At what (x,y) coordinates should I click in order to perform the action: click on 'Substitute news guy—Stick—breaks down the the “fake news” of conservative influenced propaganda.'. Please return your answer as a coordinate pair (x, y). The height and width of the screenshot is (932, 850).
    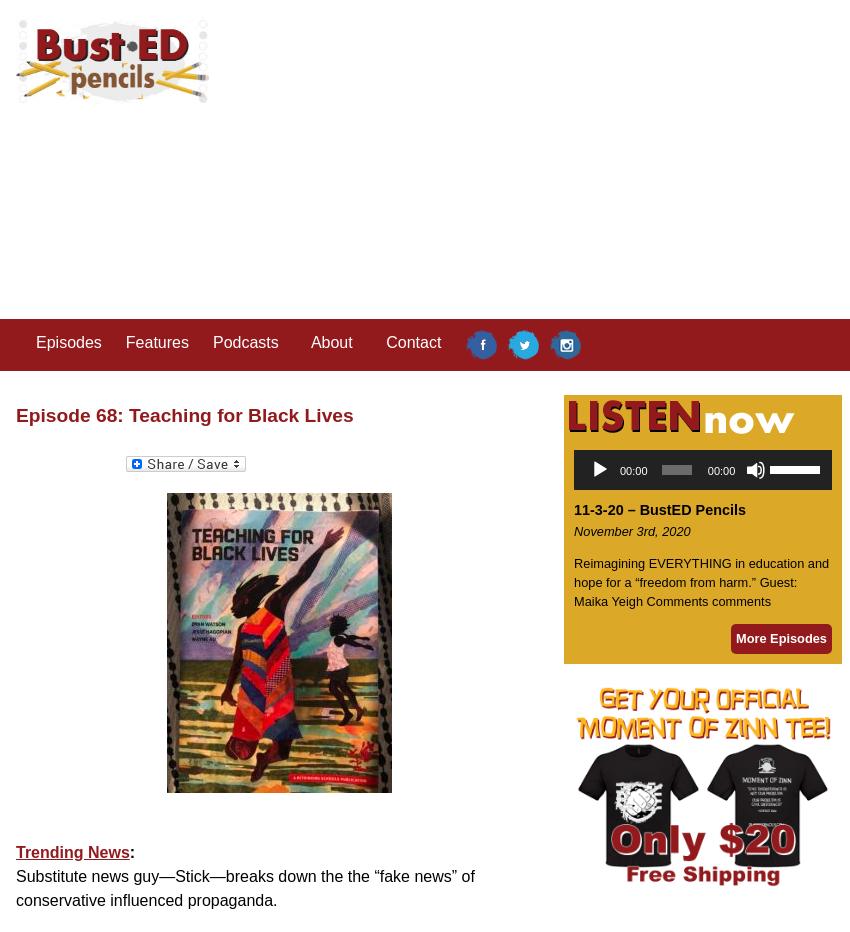
    Looking at the image, I should click on (14, 887).